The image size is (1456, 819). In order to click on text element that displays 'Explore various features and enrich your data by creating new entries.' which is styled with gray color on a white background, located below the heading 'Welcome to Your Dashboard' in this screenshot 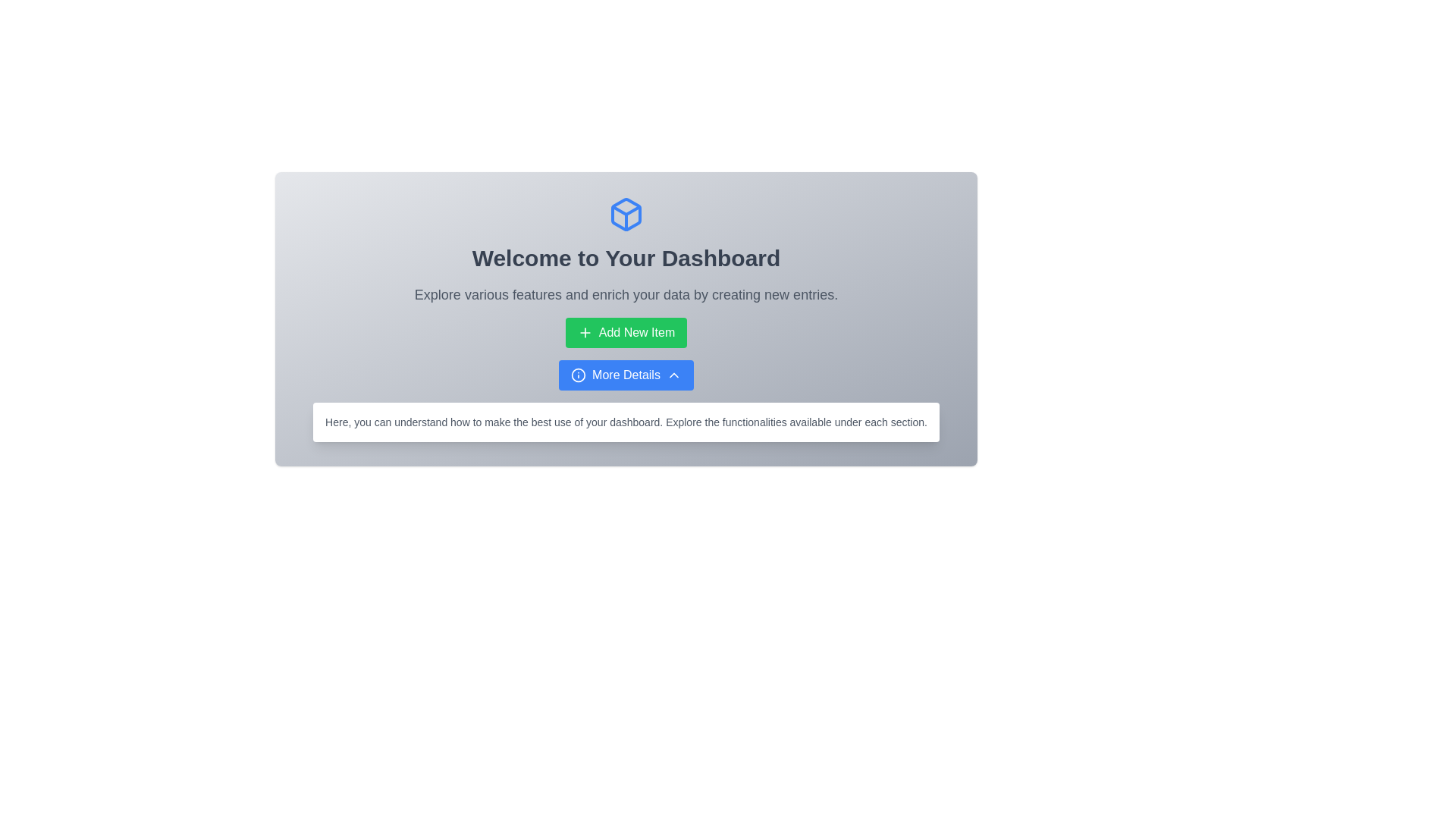, I will do `click(626, 295)`.